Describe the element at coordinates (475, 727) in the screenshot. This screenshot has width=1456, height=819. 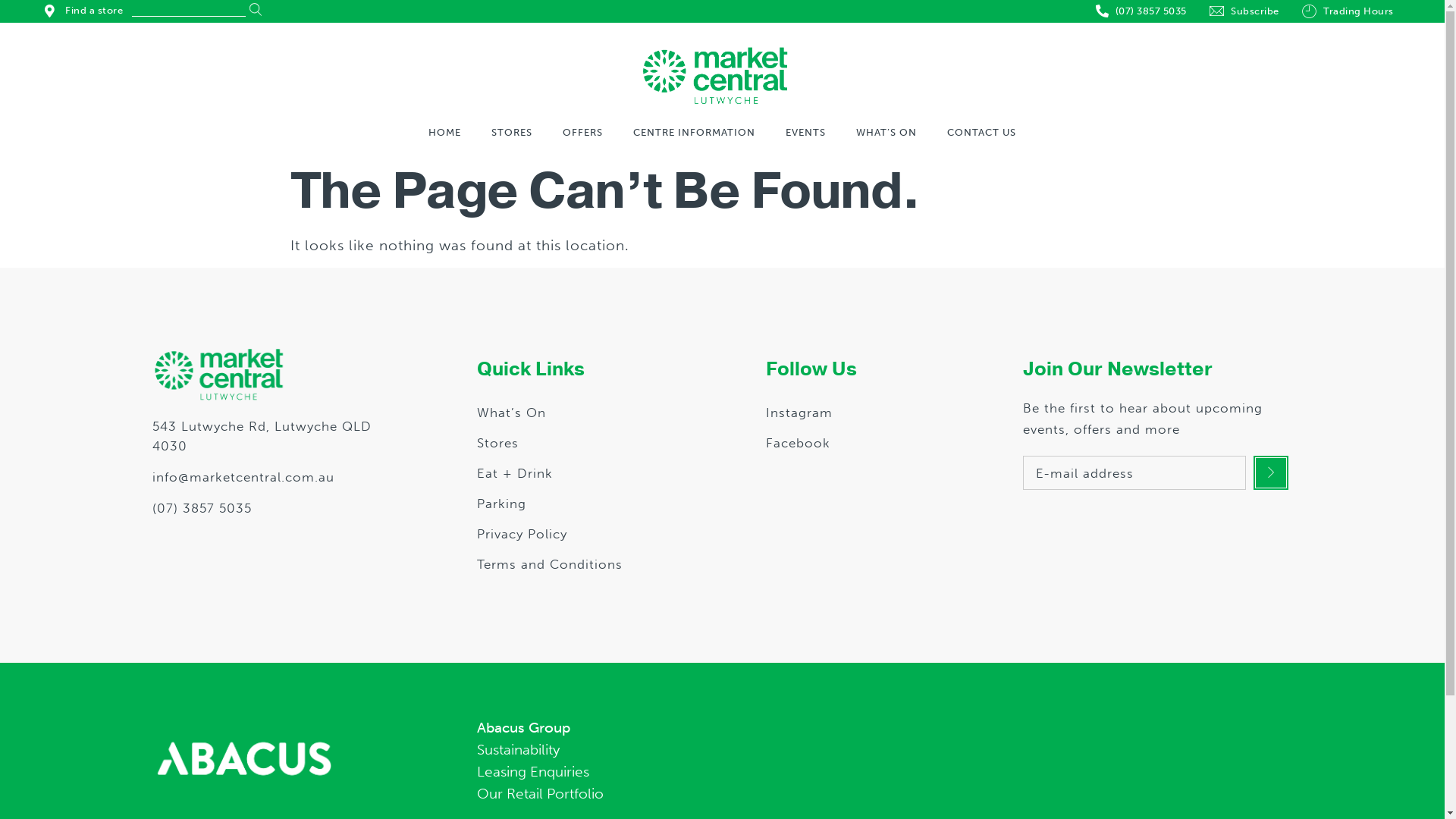
I see `'Abacus Group'` at that location.